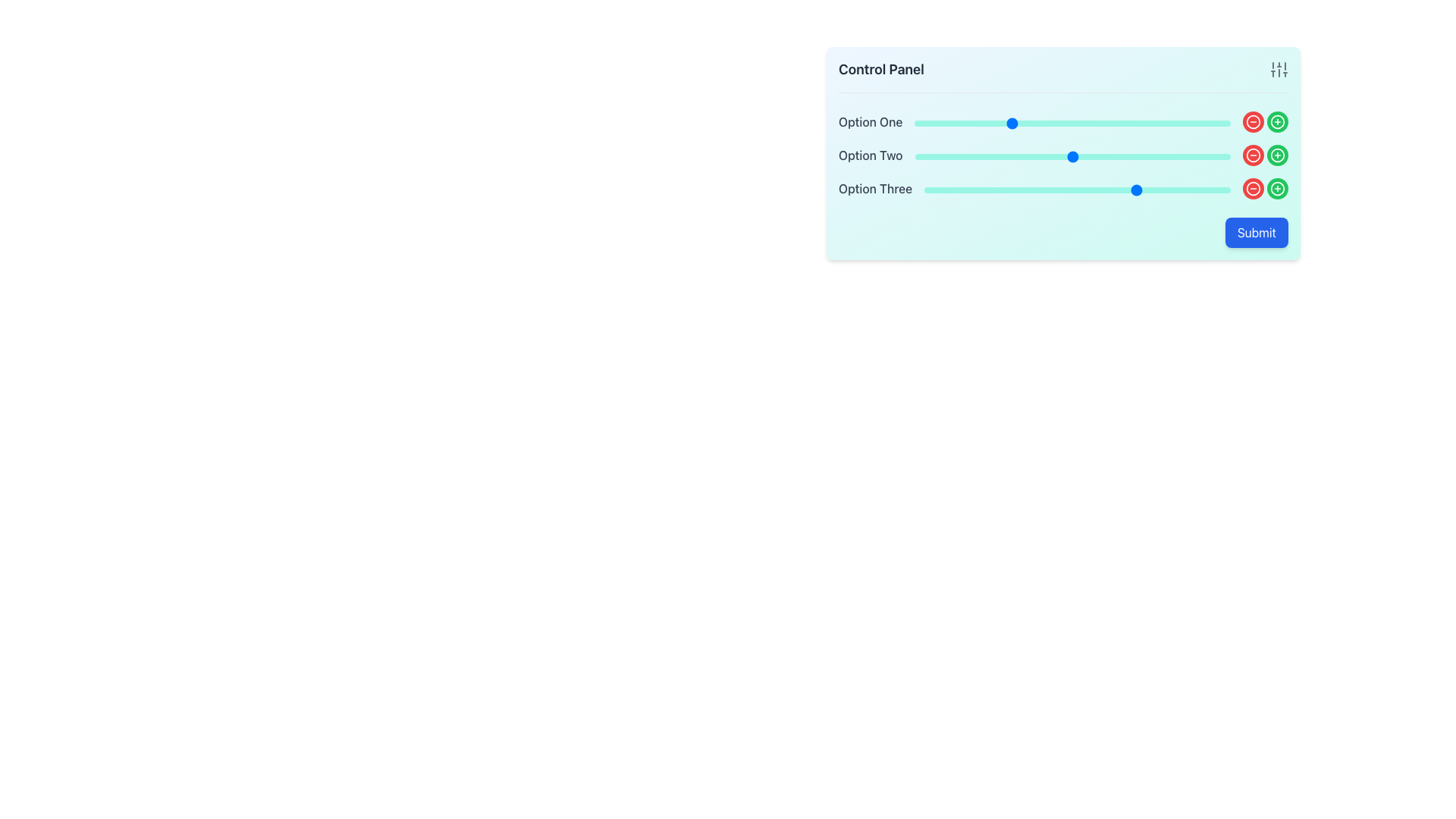 The image size is (1456, 819). What do you see at coordinates (1120, 157) in the screenshot?
I see `the slider` at bounding box center [1120, 157].